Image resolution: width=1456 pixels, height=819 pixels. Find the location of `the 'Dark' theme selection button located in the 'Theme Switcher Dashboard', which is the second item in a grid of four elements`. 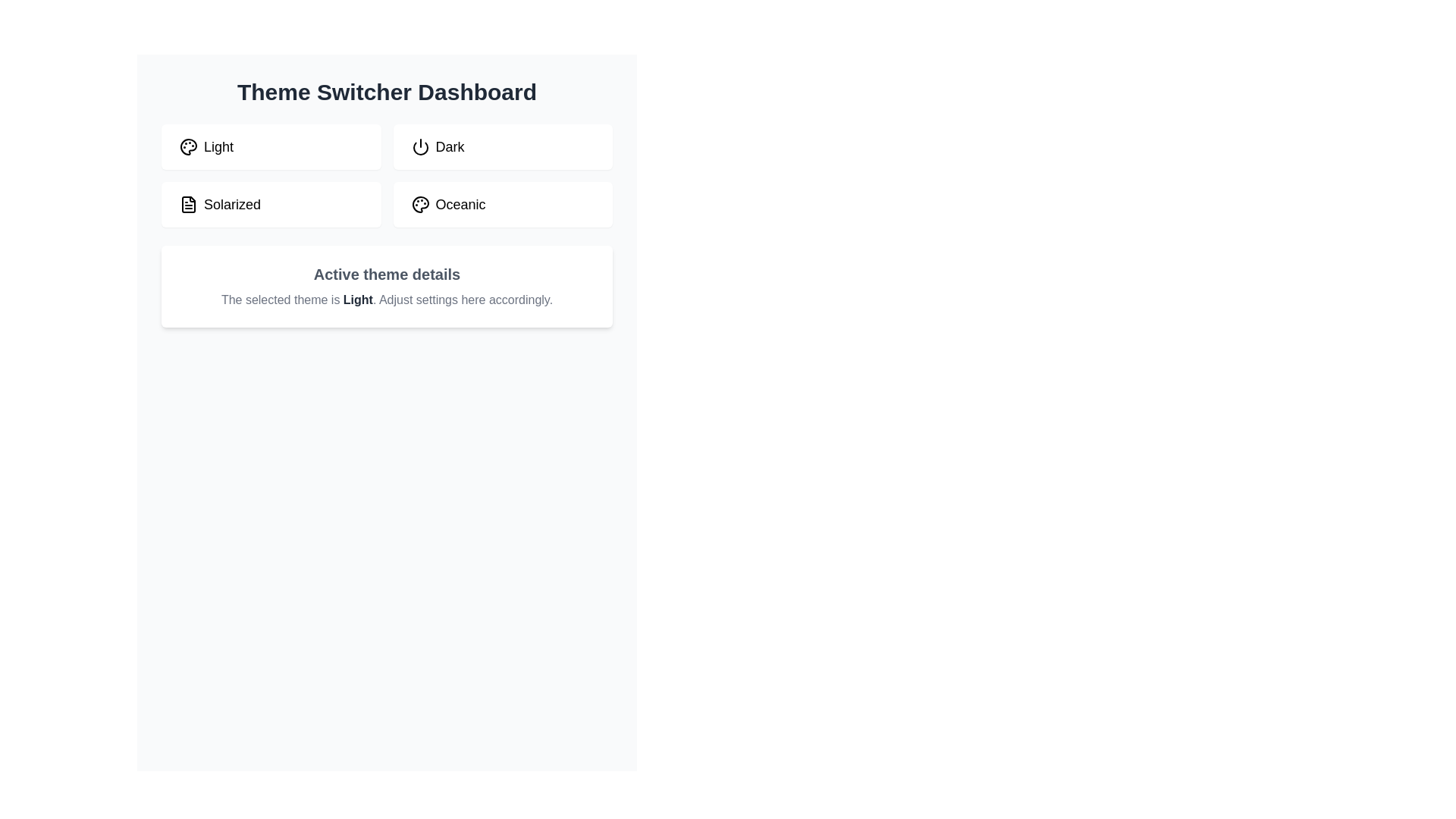

the 'Dark' theme selection button located in the 'Theme Switcher Dashboard', which is the second item in a grid of four elements is located at coordinates (503, 146).